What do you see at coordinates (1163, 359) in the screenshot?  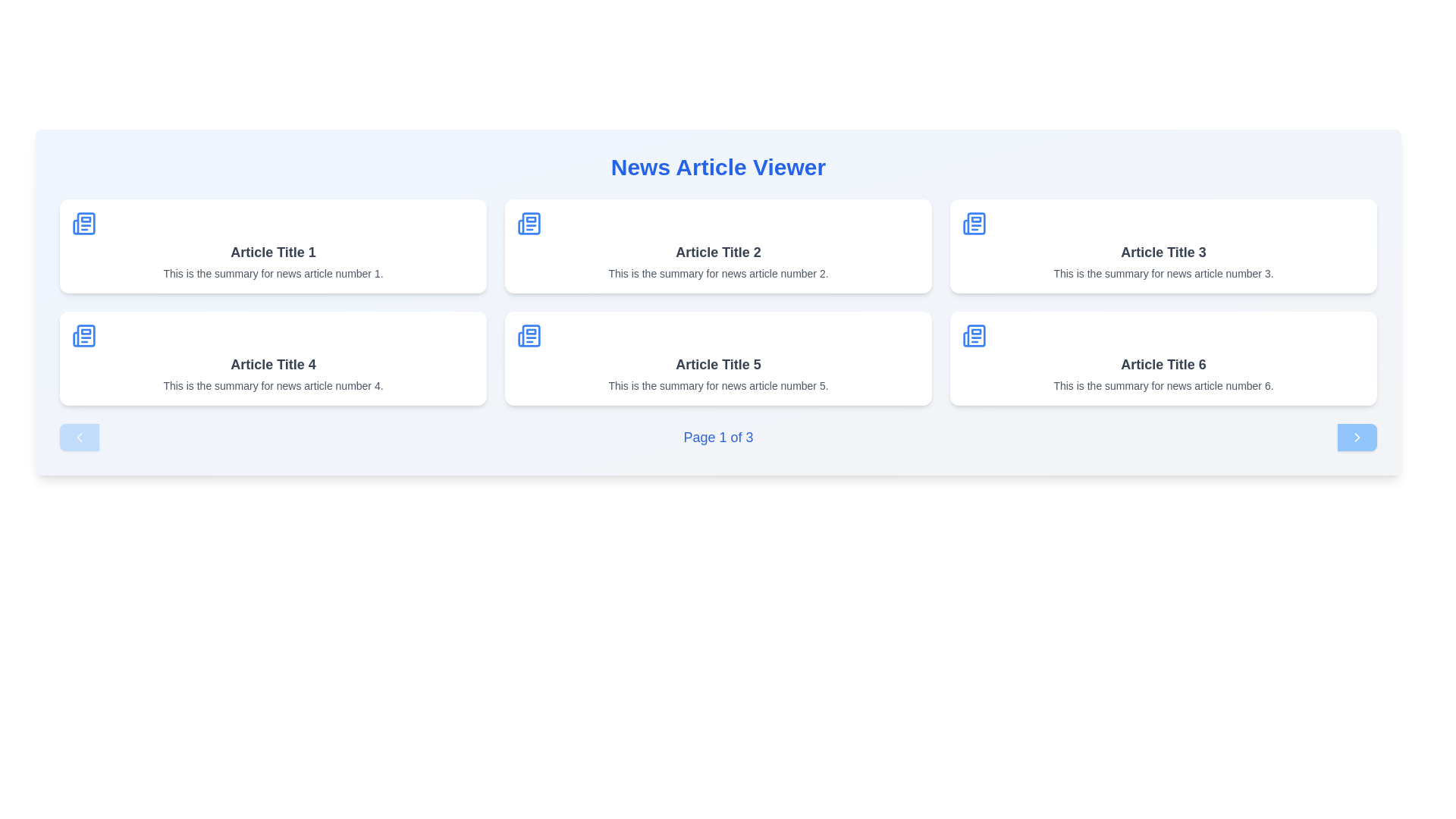 I see `the news item preview card located at the bottom-right corner of the grid layout, which contains a title and a brief summary, adjacent to 'Article Title 5'` at bounding box center [1163, 359].